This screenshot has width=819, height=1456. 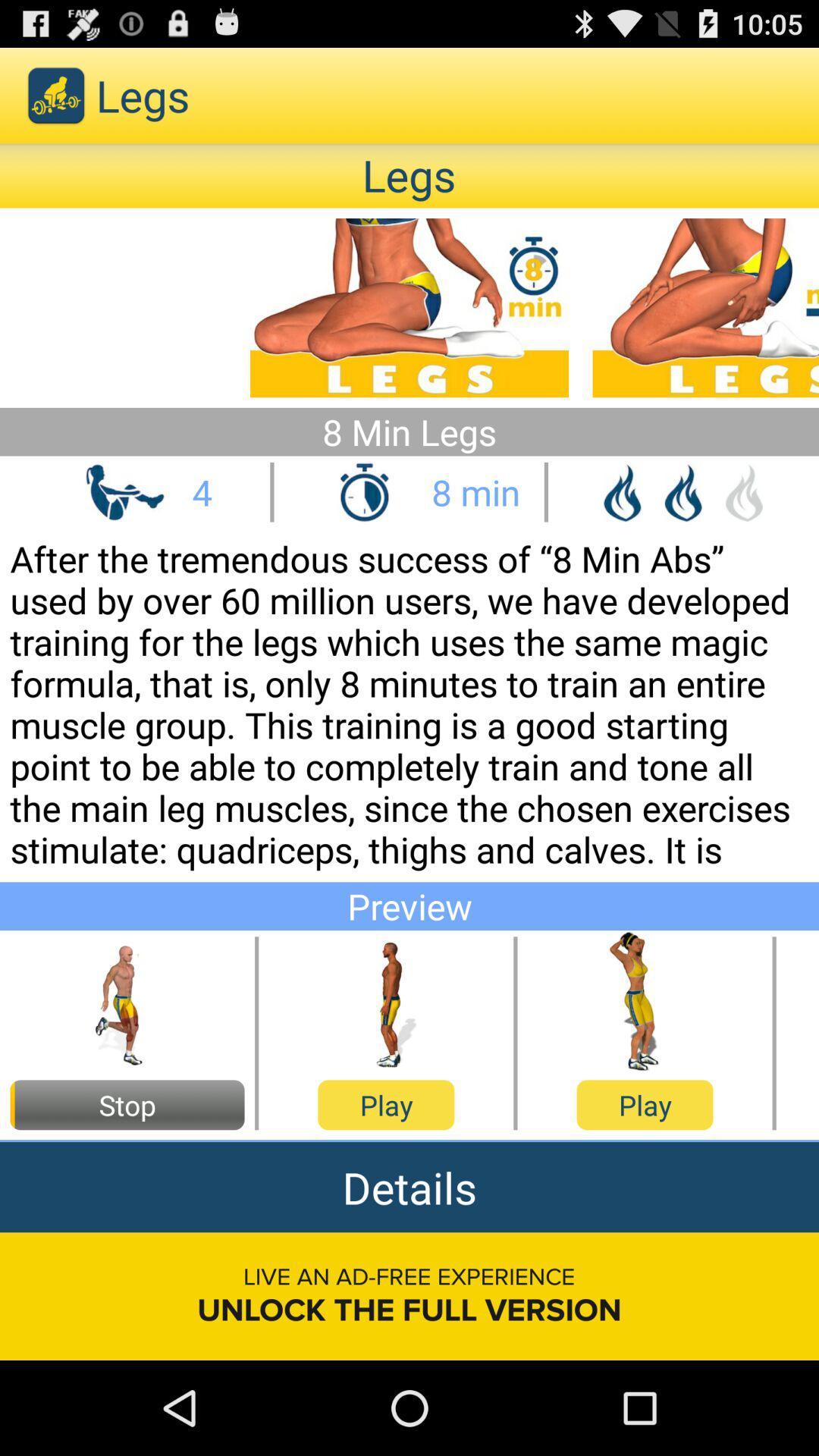 What do you see at coordinates (127, 1002) in the screenshot?
I see `photo of exercise` at bounding box center [127, 1002].